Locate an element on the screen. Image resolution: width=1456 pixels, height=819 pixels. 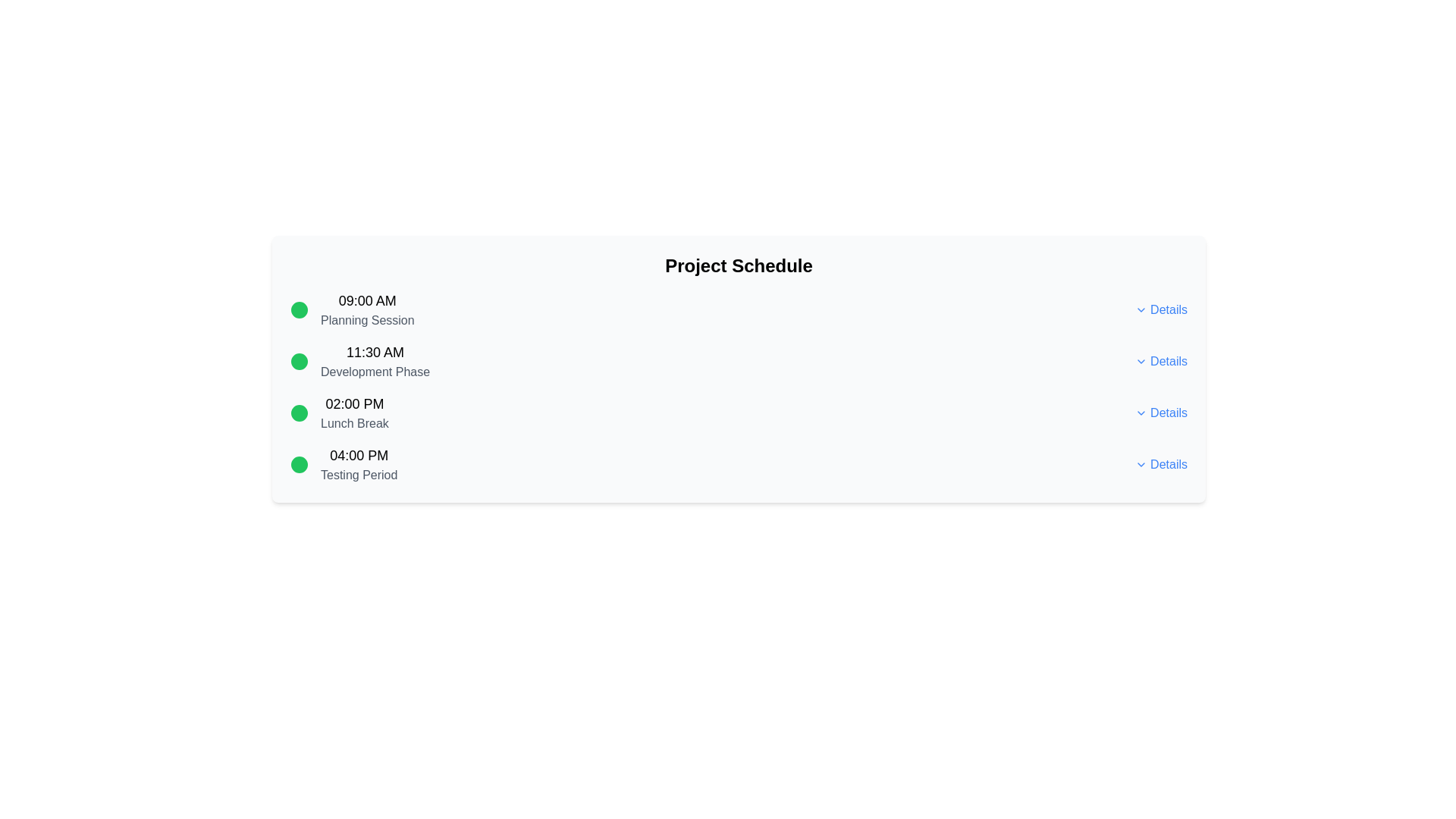
the static text label 'Development Phase' located directly beneath the '11:30 AM' text in the schedule list is located at coordinates (375, 372).